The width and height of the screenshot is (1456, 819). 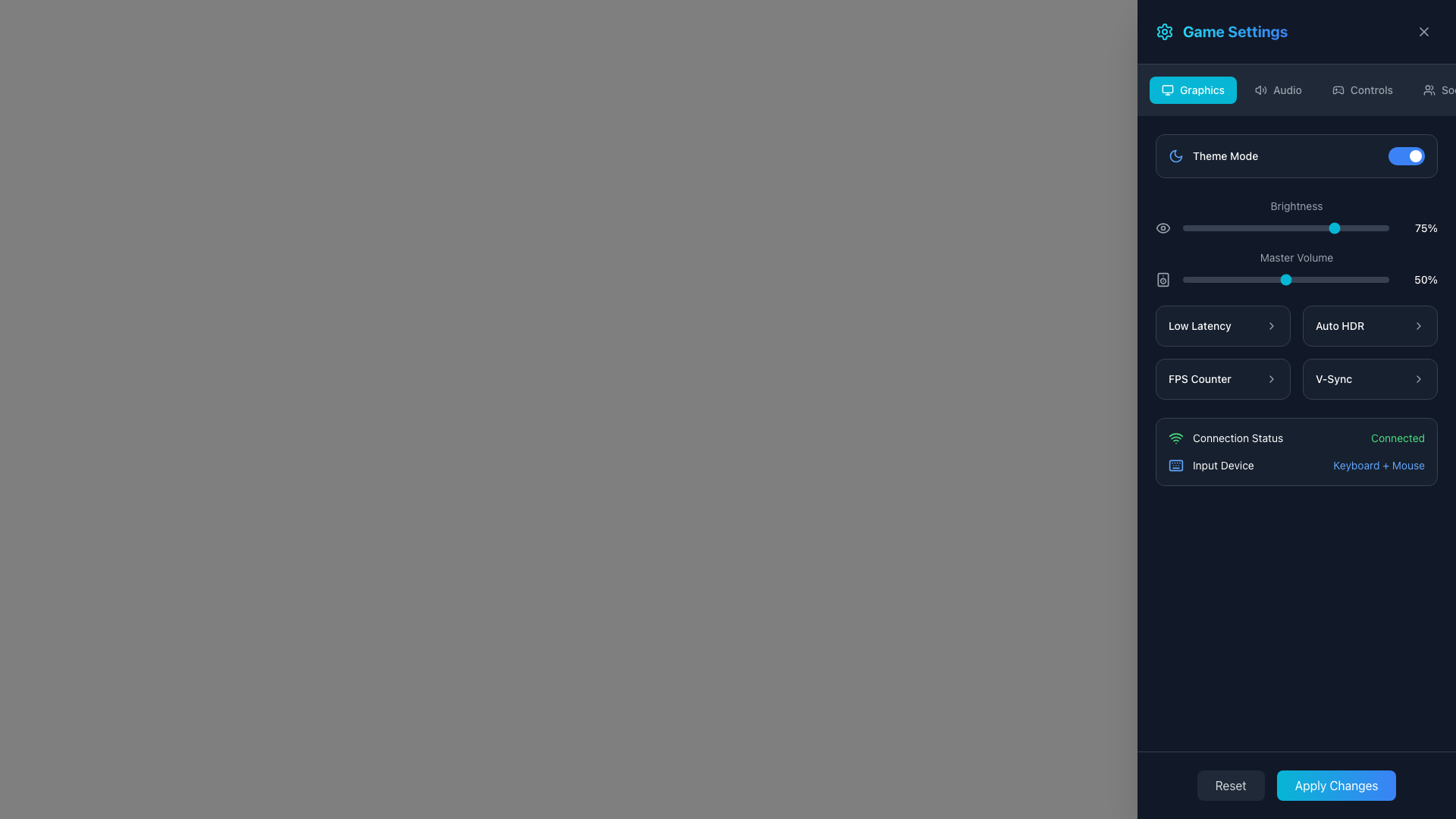 What do you see at coordinates (1423, 32) in the screenshot?
I see `the close button located in the top-right corner of the settings interface` at bounding box center [1423, 32].